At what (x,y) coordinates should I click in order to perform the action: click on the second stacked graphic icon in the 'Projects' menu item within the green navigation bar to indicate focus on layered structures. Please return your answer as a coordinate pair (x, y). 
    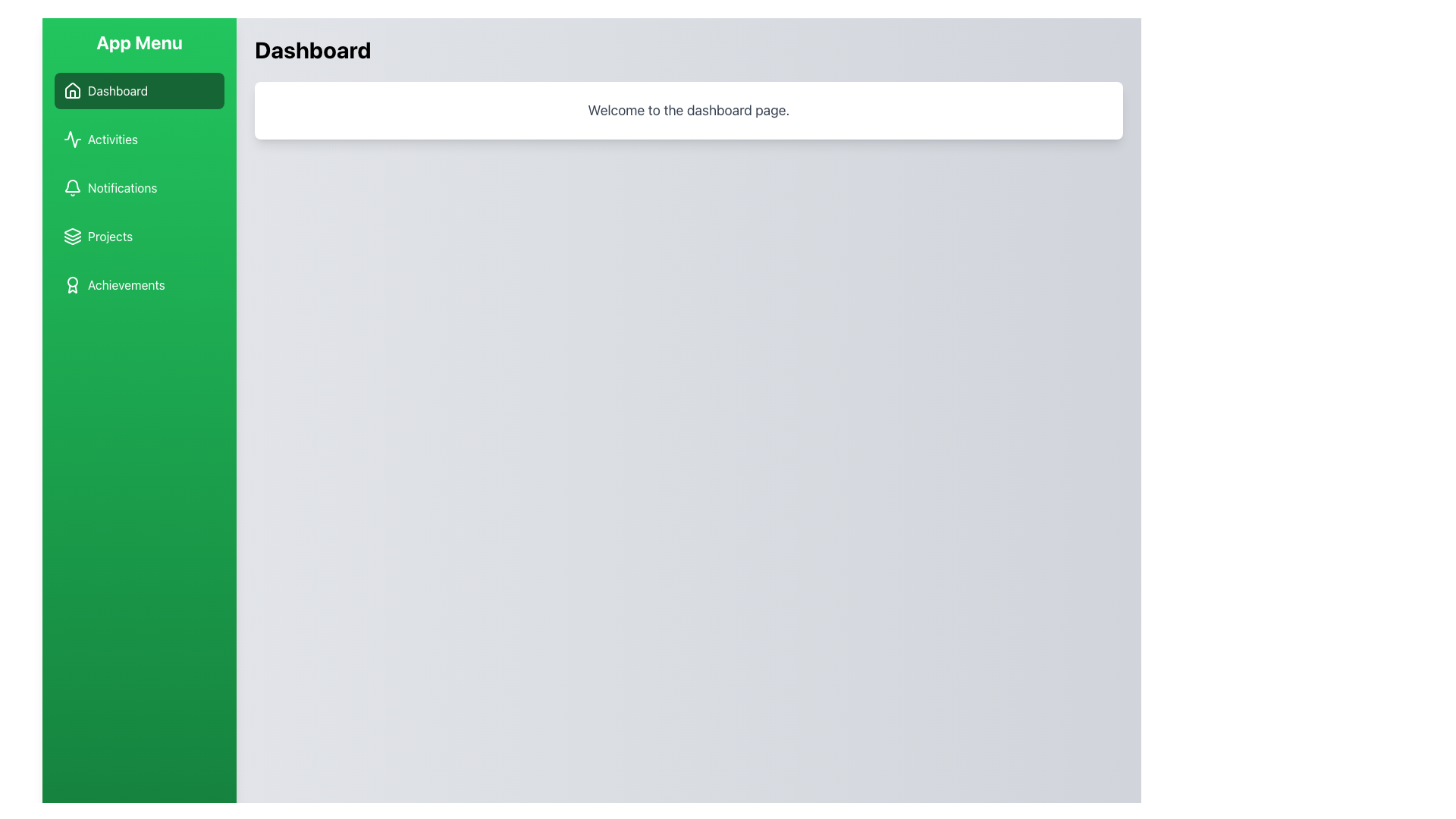
    Looking at the image, I should click on (72, 238).